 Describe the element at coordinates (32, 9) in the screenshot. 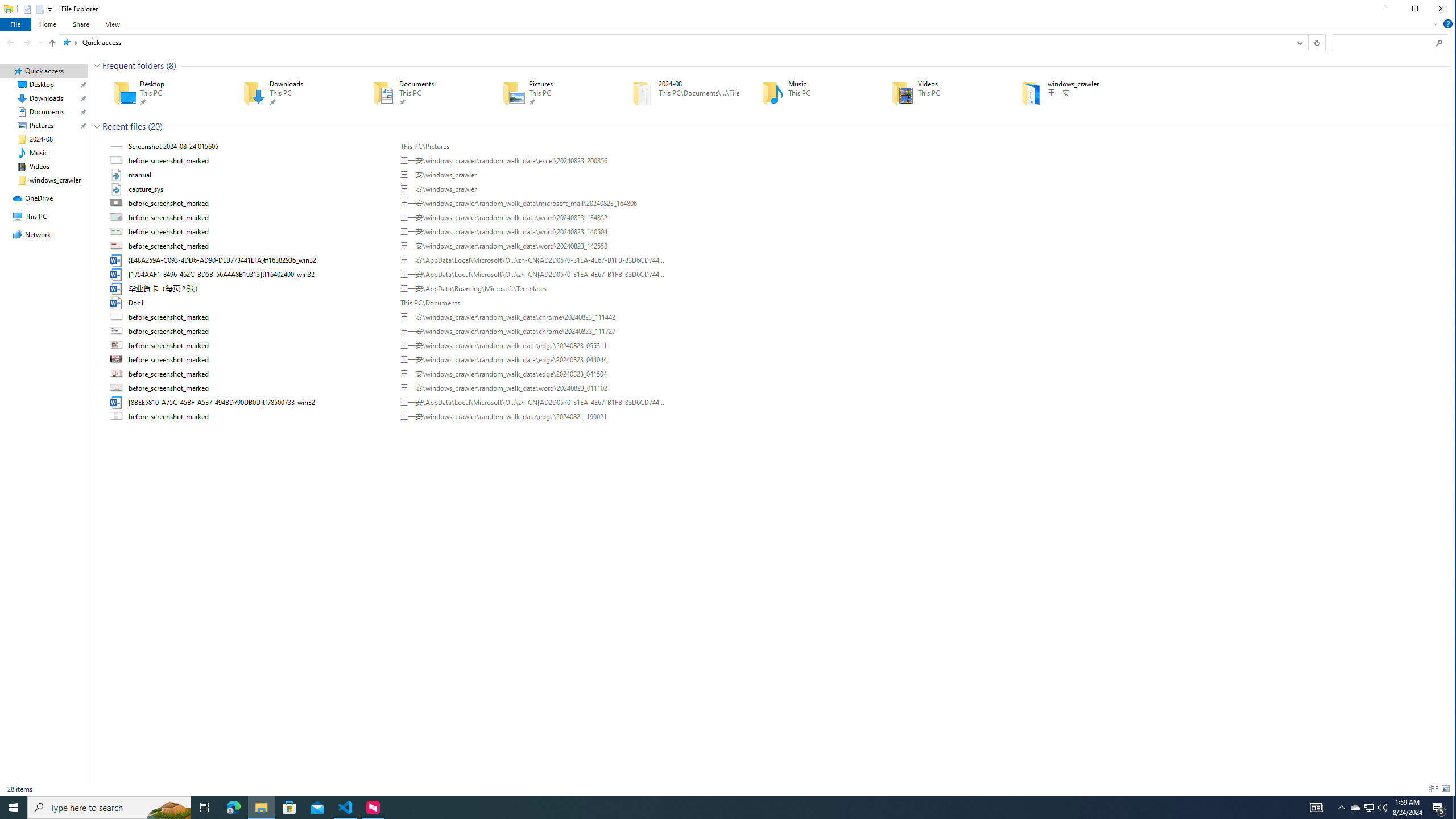

I see `'Quick Access Toolbar'` at that location.